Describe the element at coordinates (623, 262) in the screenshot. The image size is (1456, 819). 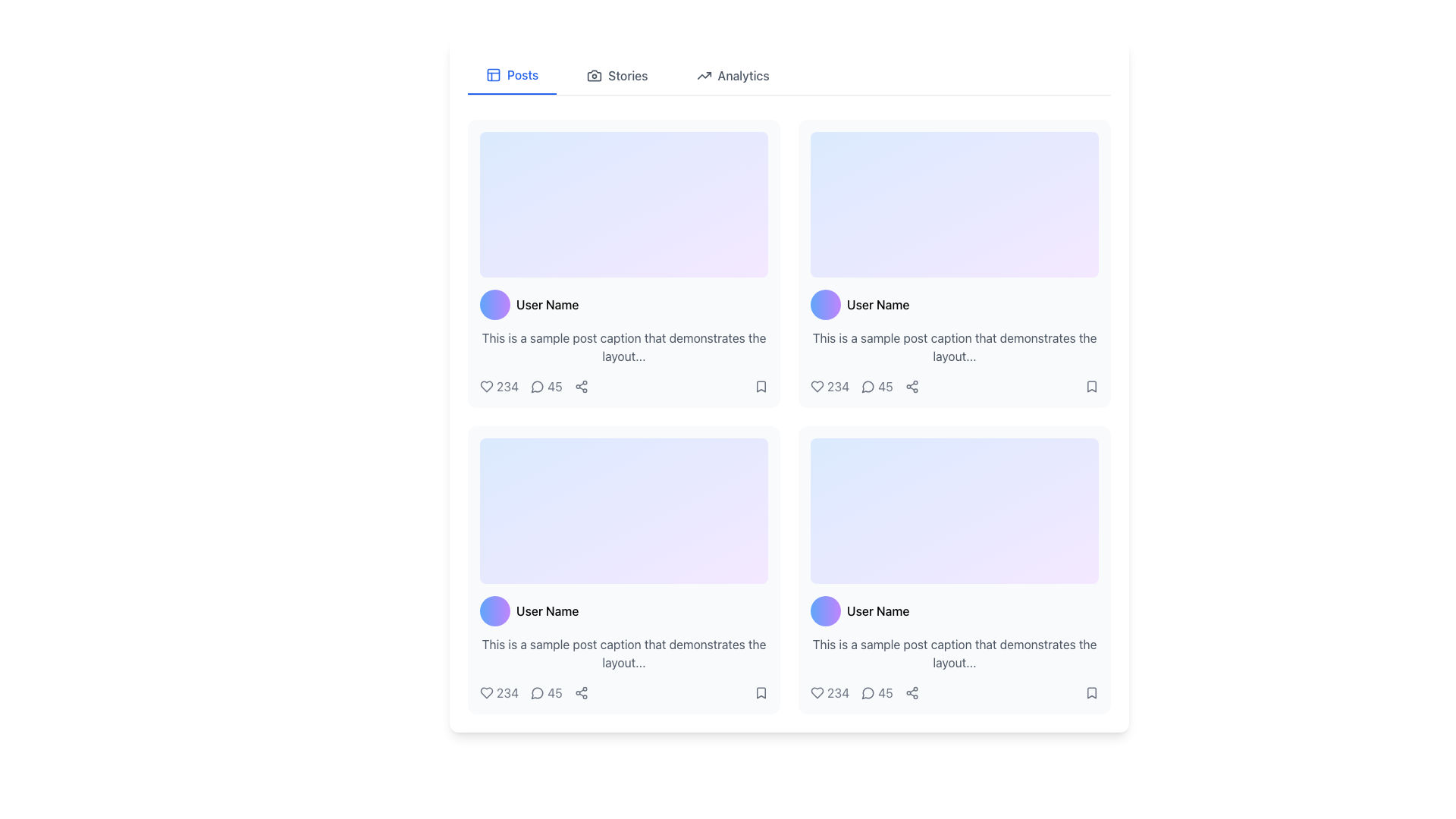
I see `the first card in the two-column grid layout, which features a gradient background, a circular profile picture, and user details including 'User Name' and a sample post caption` at that location.